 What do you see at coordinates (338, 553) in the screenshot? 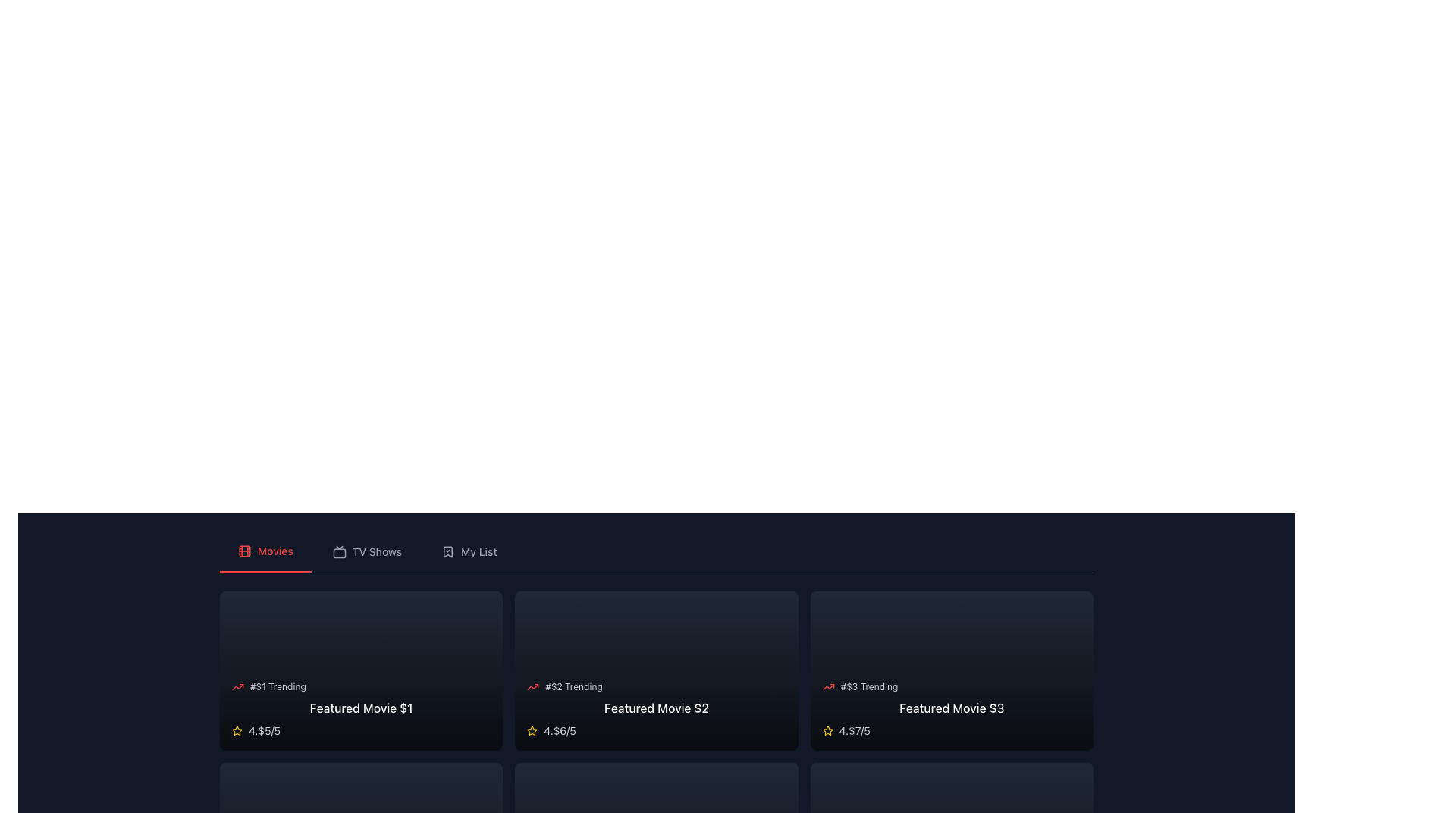
I see `the graphical icon component (rectangle) located within the TV or monitor depiction, below the triangular antenna shape` at bounding box center [338, 553].